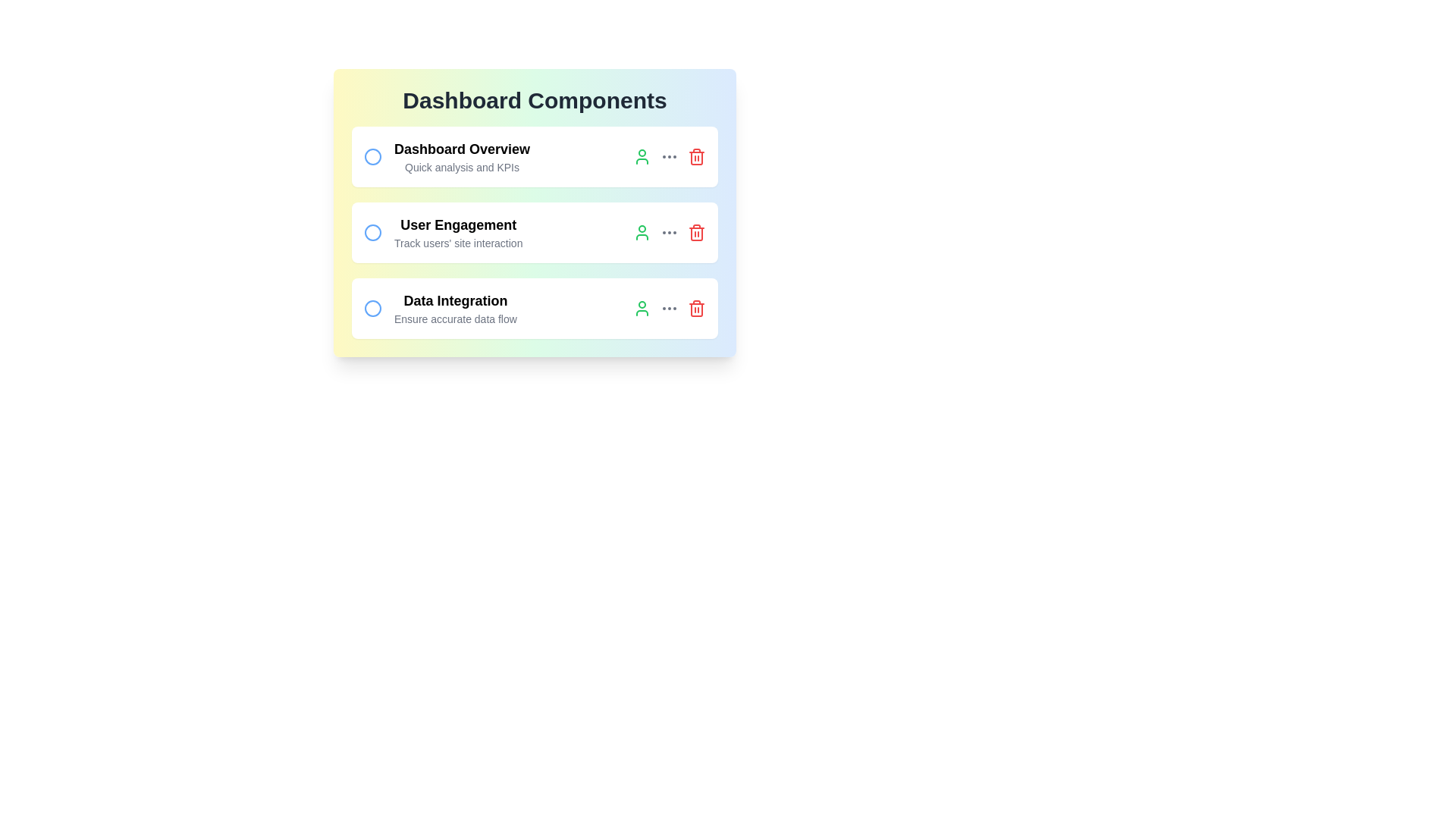 Image resolution: width=1456 pixels, height=819 pixels. What do you see at coordinates (535, 213) in the screenshot?
I see `the background gradient to trigger a visual effect` at bounding box center [535, 213].